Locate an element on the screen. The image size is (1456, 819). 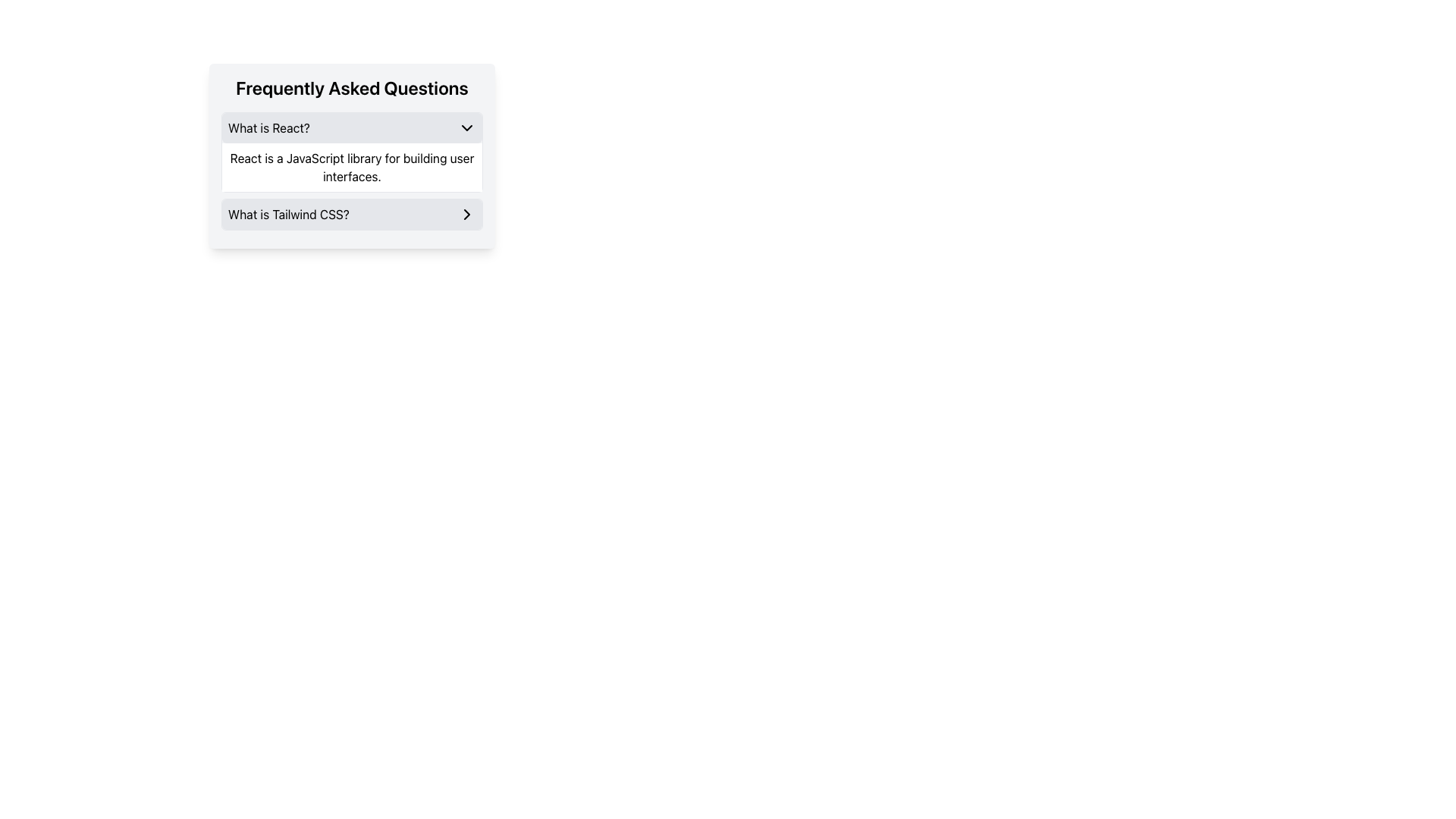
the text label at the top-left of the FAQ panel is located at coordinates (268, 127).